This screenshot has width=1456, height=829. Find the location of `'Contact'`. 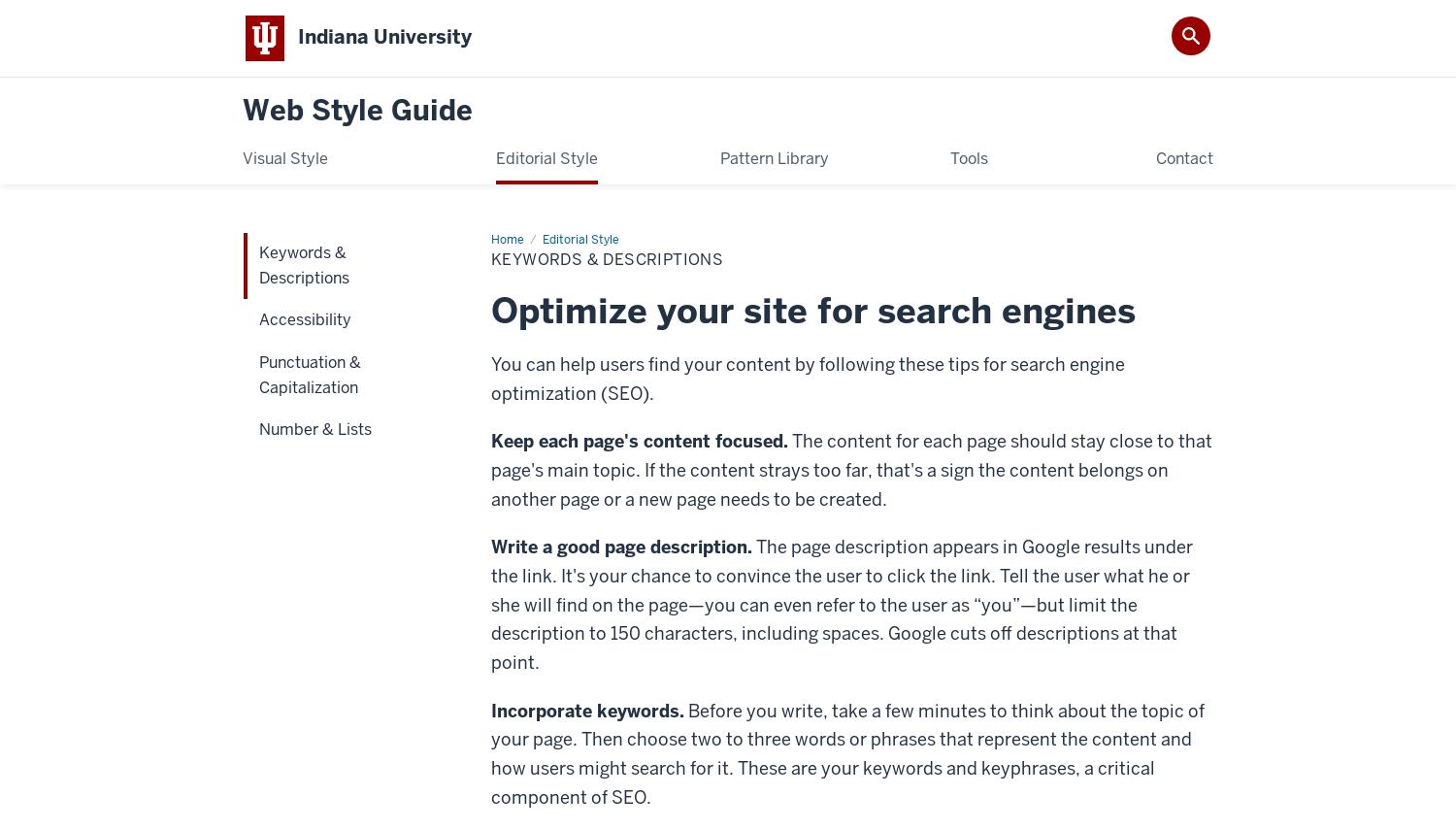

'Contact' is located at coordinates (1183, 157).